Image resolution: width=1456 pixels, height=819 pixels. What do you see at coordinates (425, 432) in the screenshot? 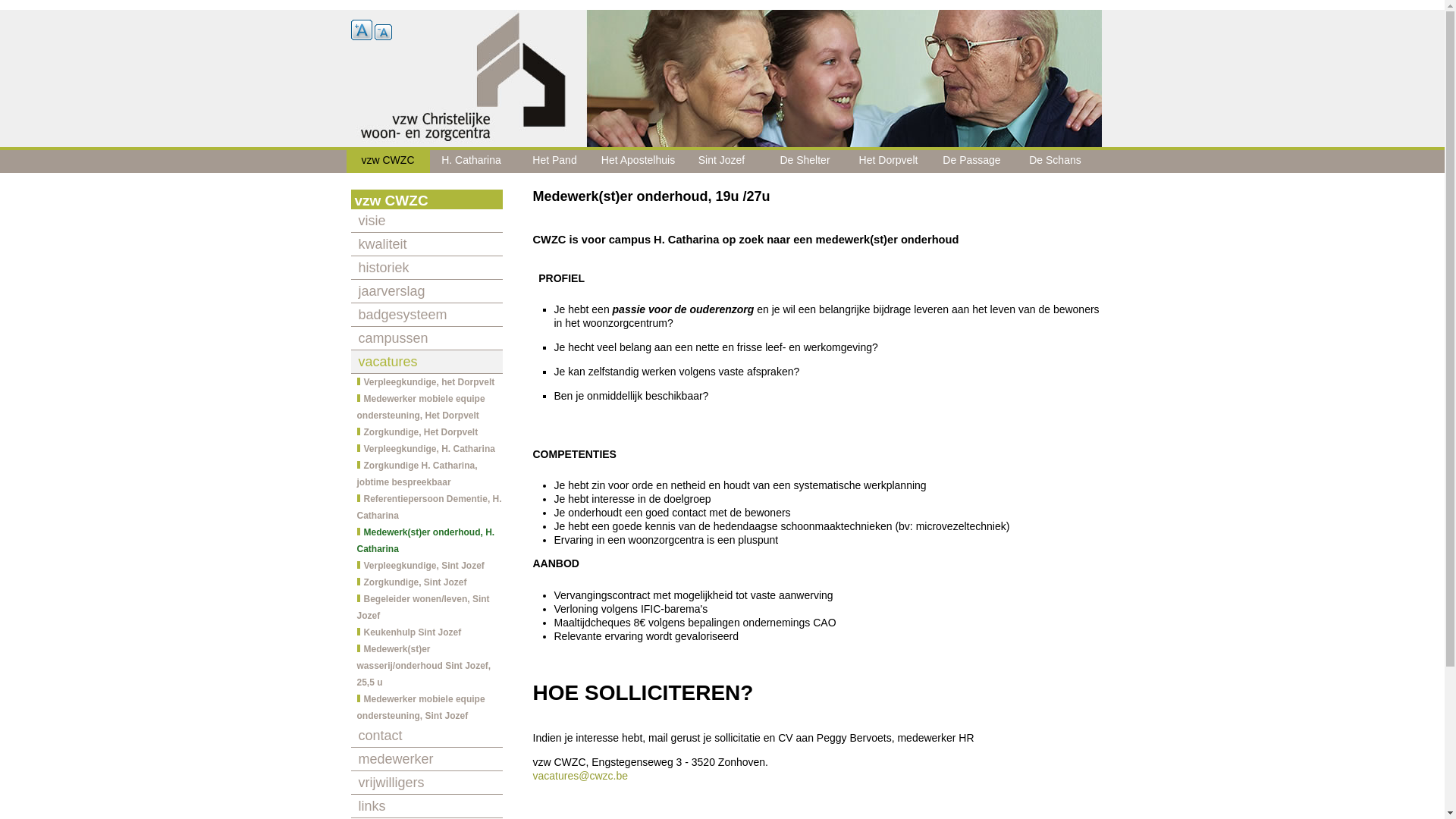
I see `'Zorgkundige, Het Dorpvelt'` at bounding box center [425, 432].